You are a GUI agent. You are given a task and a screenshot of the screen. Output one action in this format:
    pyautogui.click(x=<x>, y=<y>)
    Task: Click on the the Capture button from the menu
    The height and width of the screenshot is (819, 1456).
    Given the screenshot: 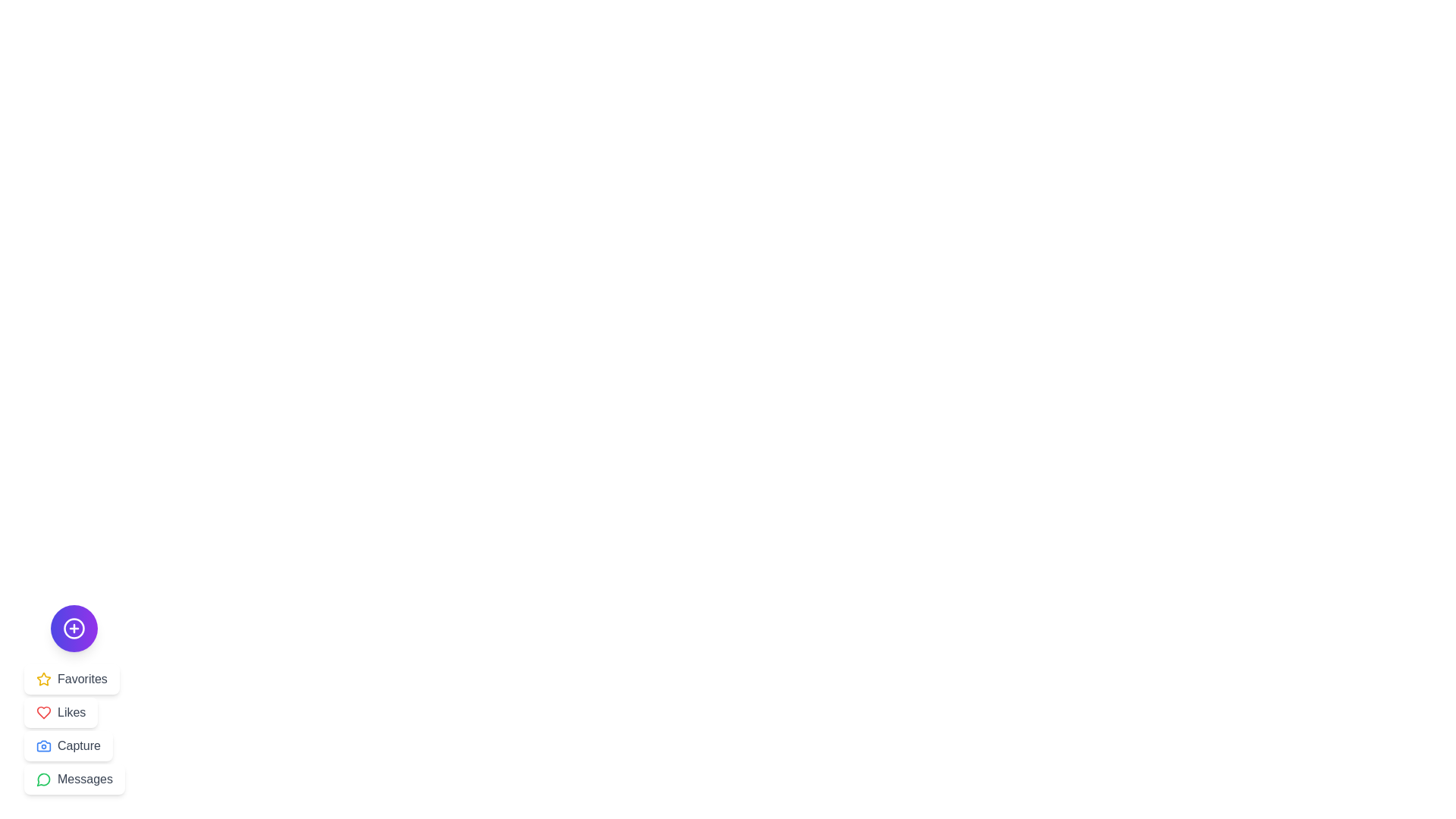 What is the action you would take?
    pyautogui.click(x=67, y=745)
    